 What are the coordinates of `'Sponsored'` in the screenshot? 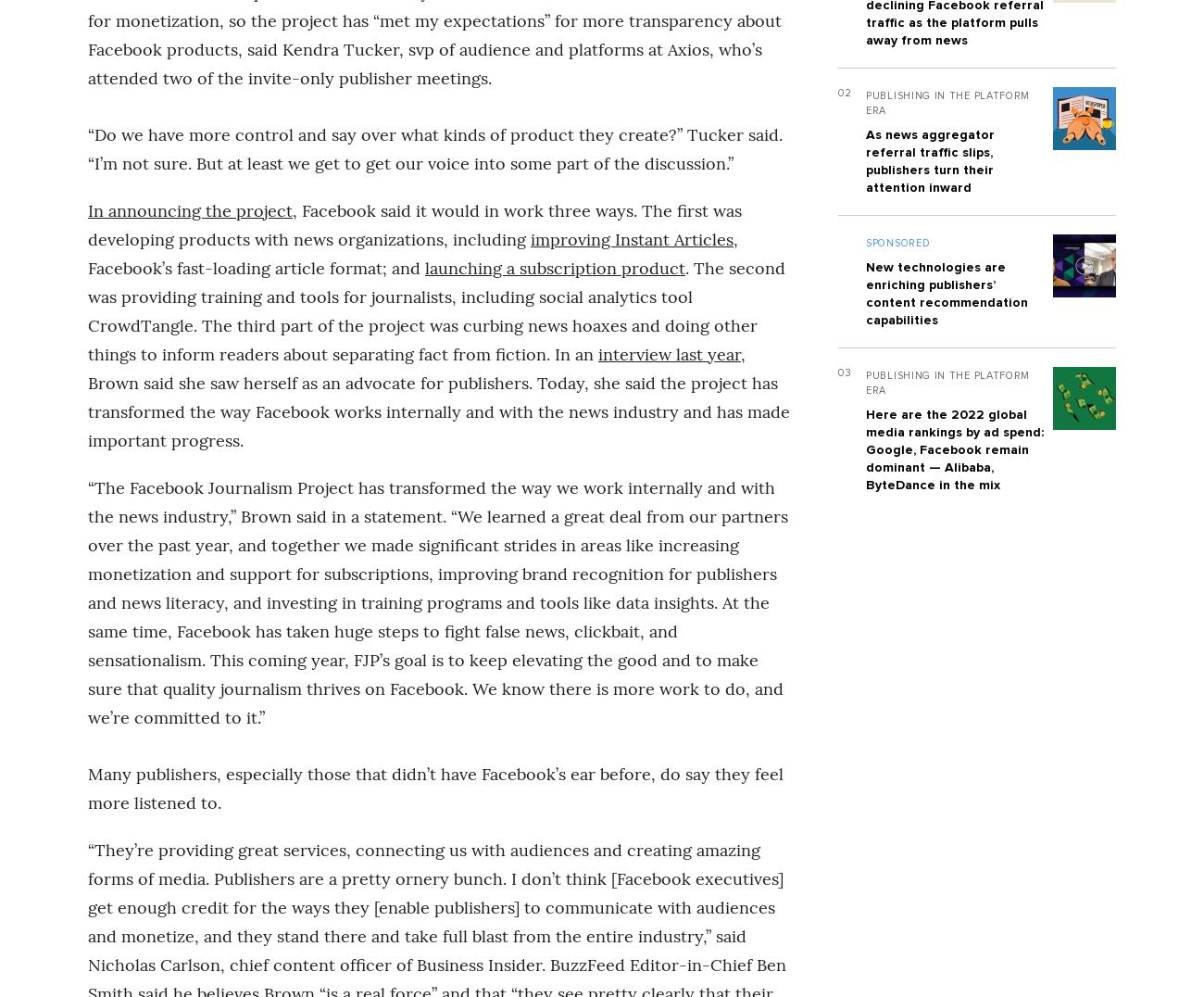 It's located at (897, 242).